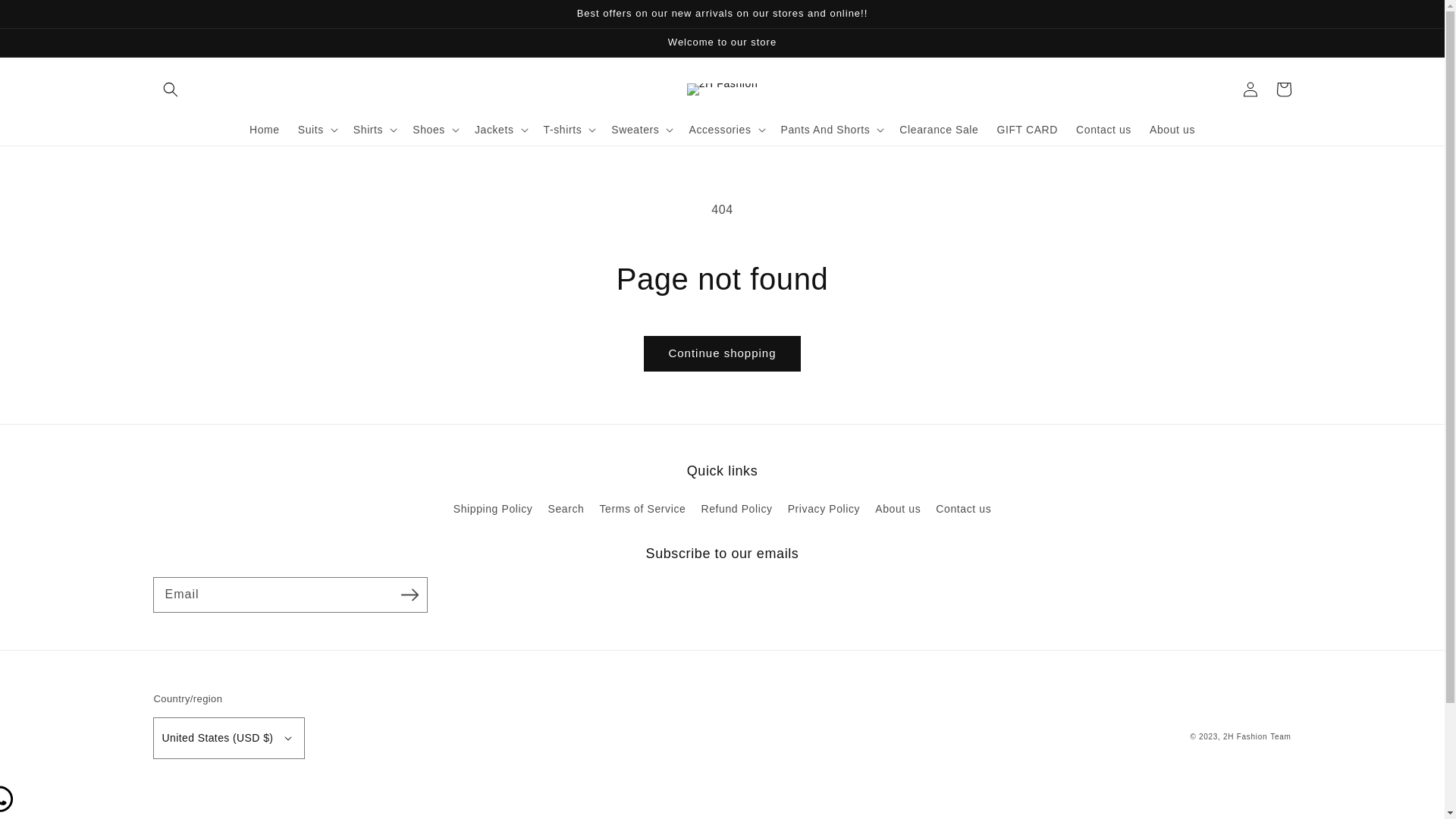 Image resolution: width=1456 pixels, height=819 pixels. I want to click on 'Refund Policy', so click(736, 509).